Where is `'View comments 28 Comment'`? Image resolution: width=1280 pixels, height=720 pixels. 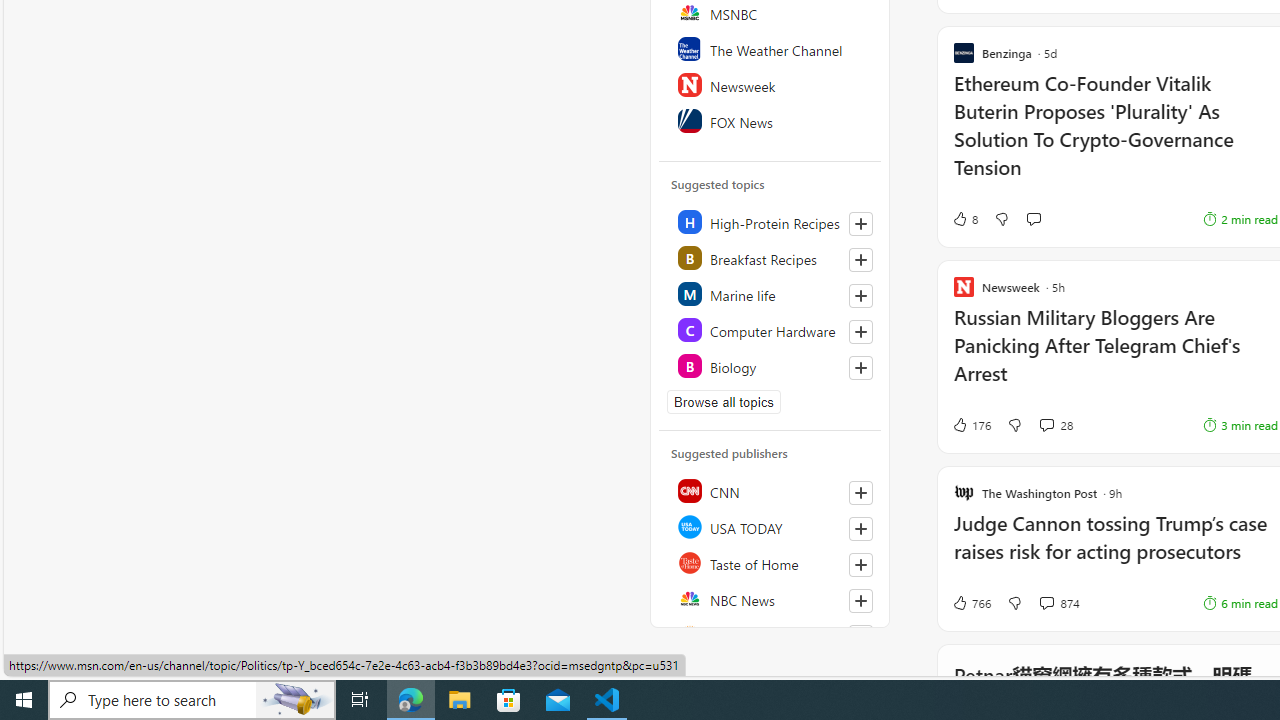 'View comments 28 Comment' is located at coordinates (1055, 424).